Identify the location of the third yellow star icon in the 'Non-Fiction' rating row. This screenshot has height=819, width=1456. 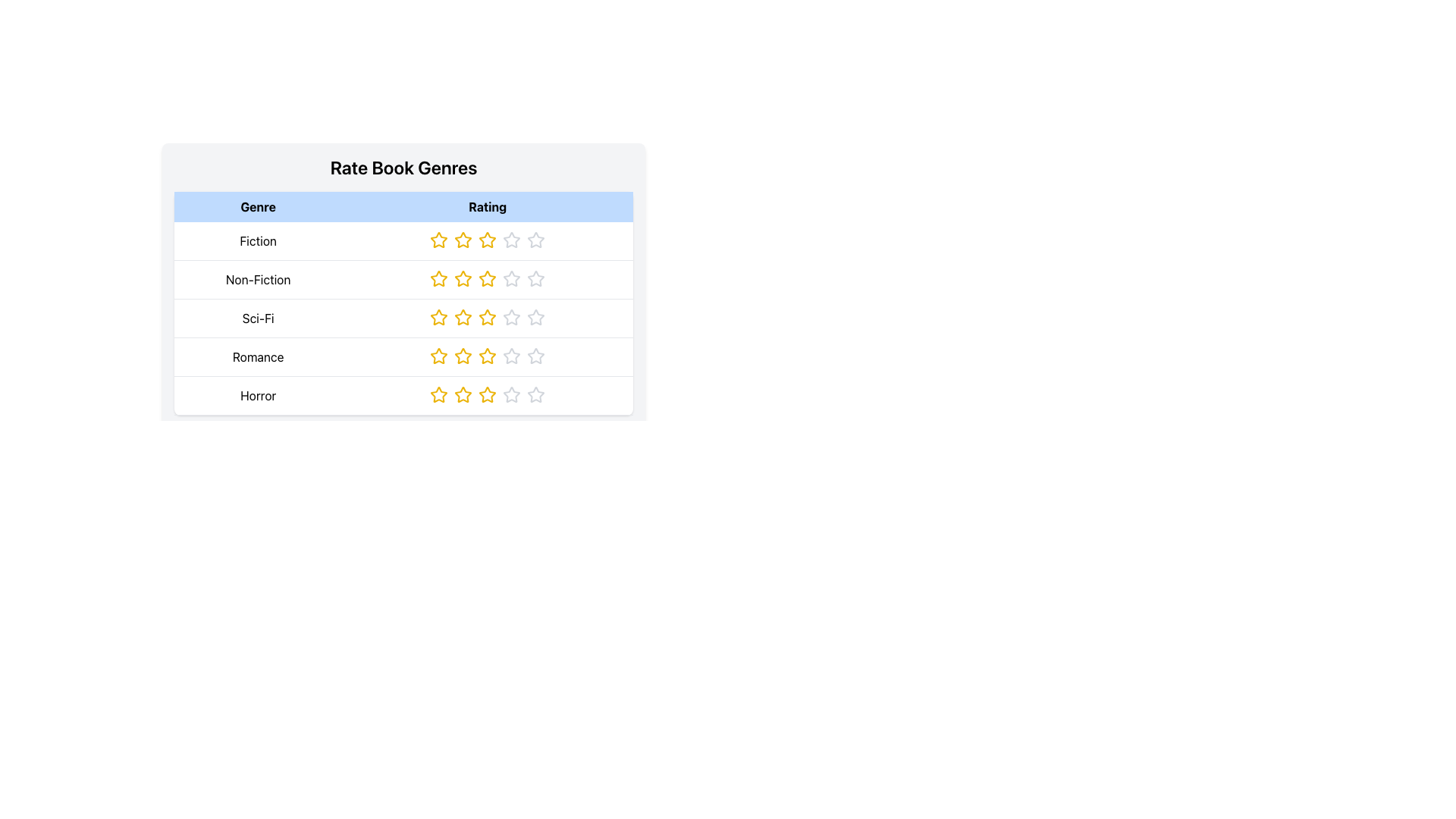
(488, 278).